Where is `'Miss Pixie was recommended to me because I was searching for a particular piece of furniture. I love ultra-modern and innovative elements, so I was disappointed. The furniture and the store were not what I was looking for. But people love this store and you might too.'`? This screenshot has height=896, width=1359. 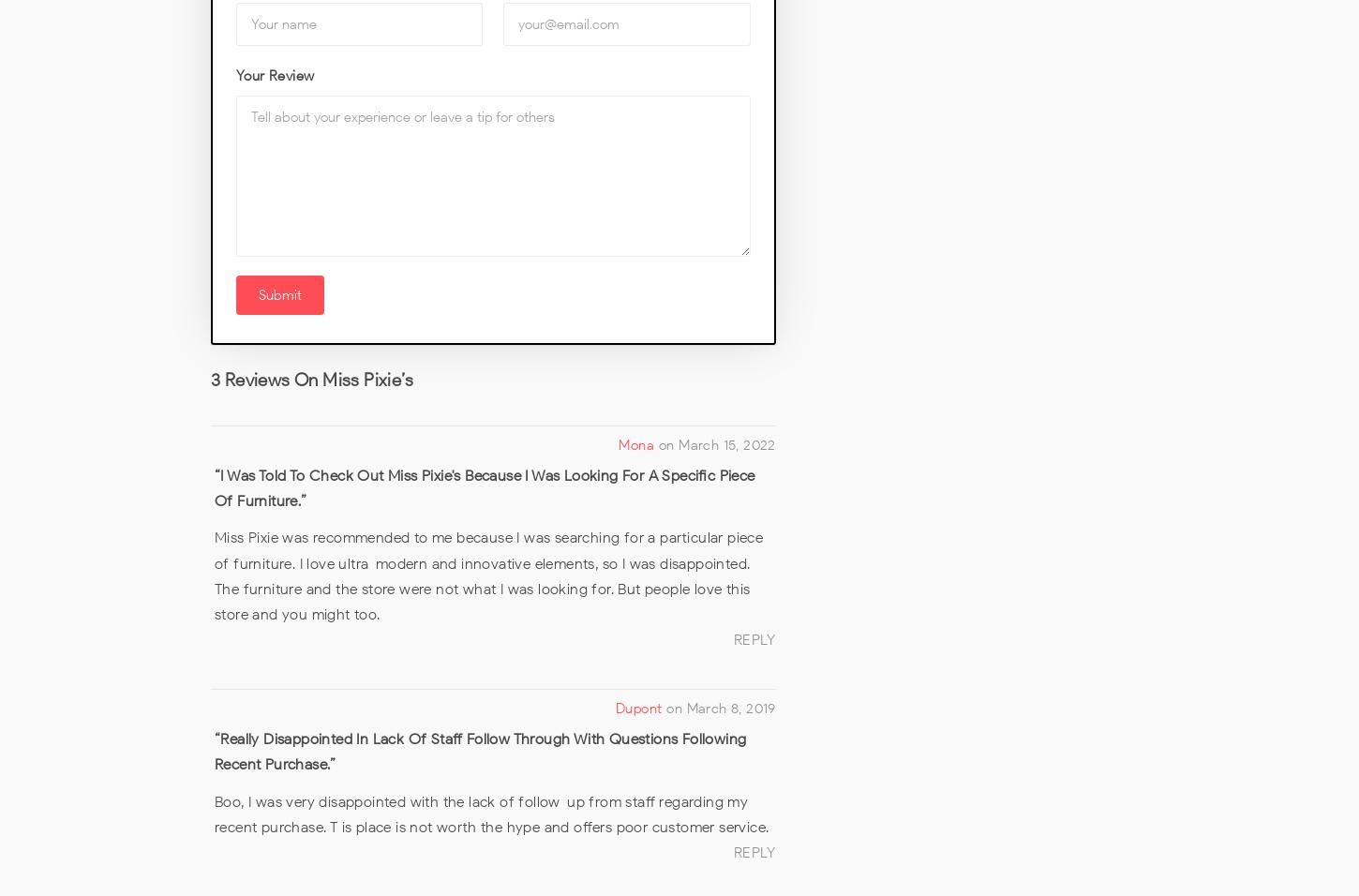
'Miss Pixie was recommended to me because I was searching for a particular piece of furniture. I love ultra-modern and innovative elements, so I was disappointed. The furniture and the store were not what I was looking for. But people love this store and you might too.' is located at coordinates (488, 575).